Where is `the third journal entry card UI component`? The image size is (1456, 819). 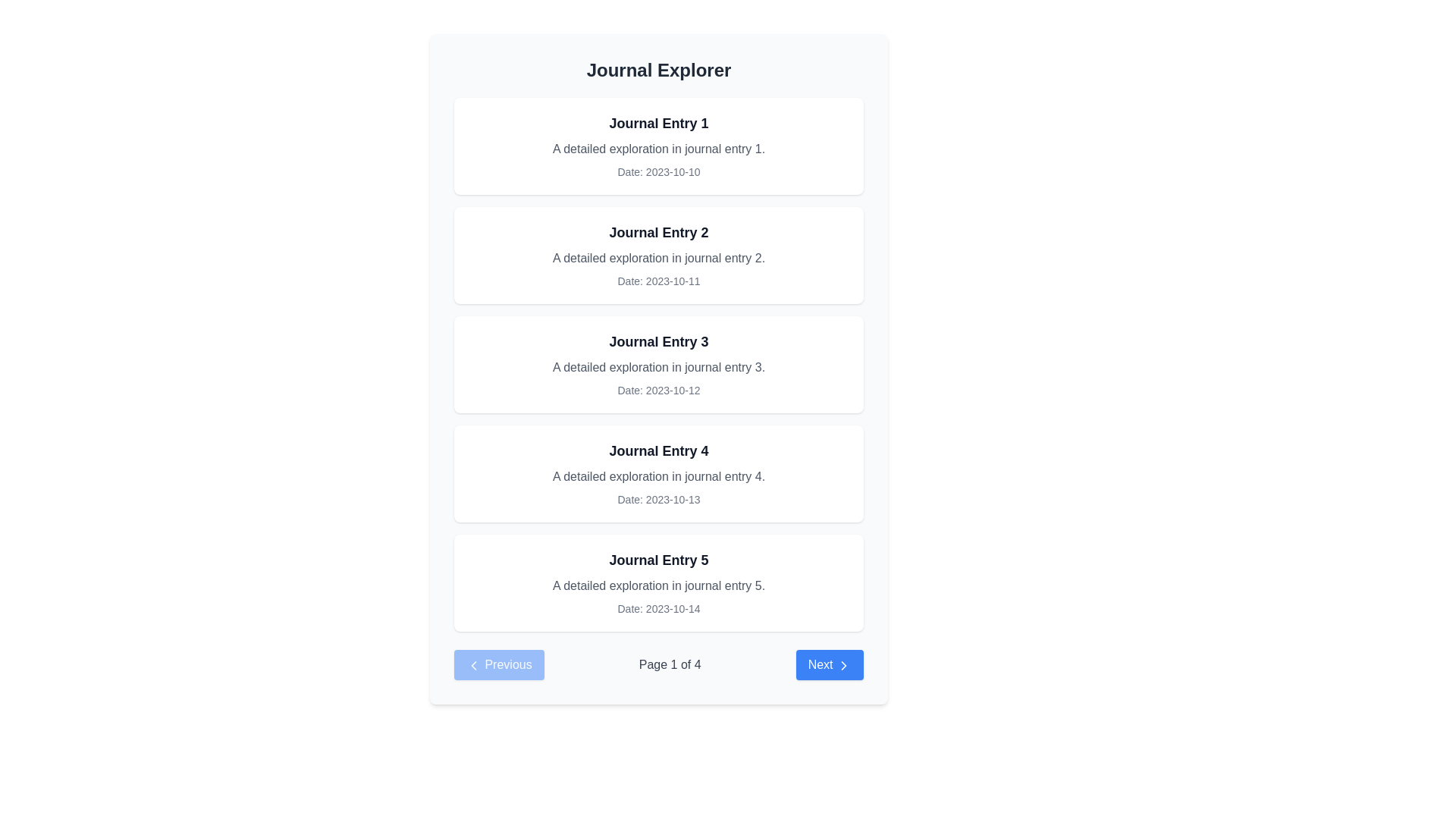
the third journal entry card UI component is located at coordinates (658, 365).